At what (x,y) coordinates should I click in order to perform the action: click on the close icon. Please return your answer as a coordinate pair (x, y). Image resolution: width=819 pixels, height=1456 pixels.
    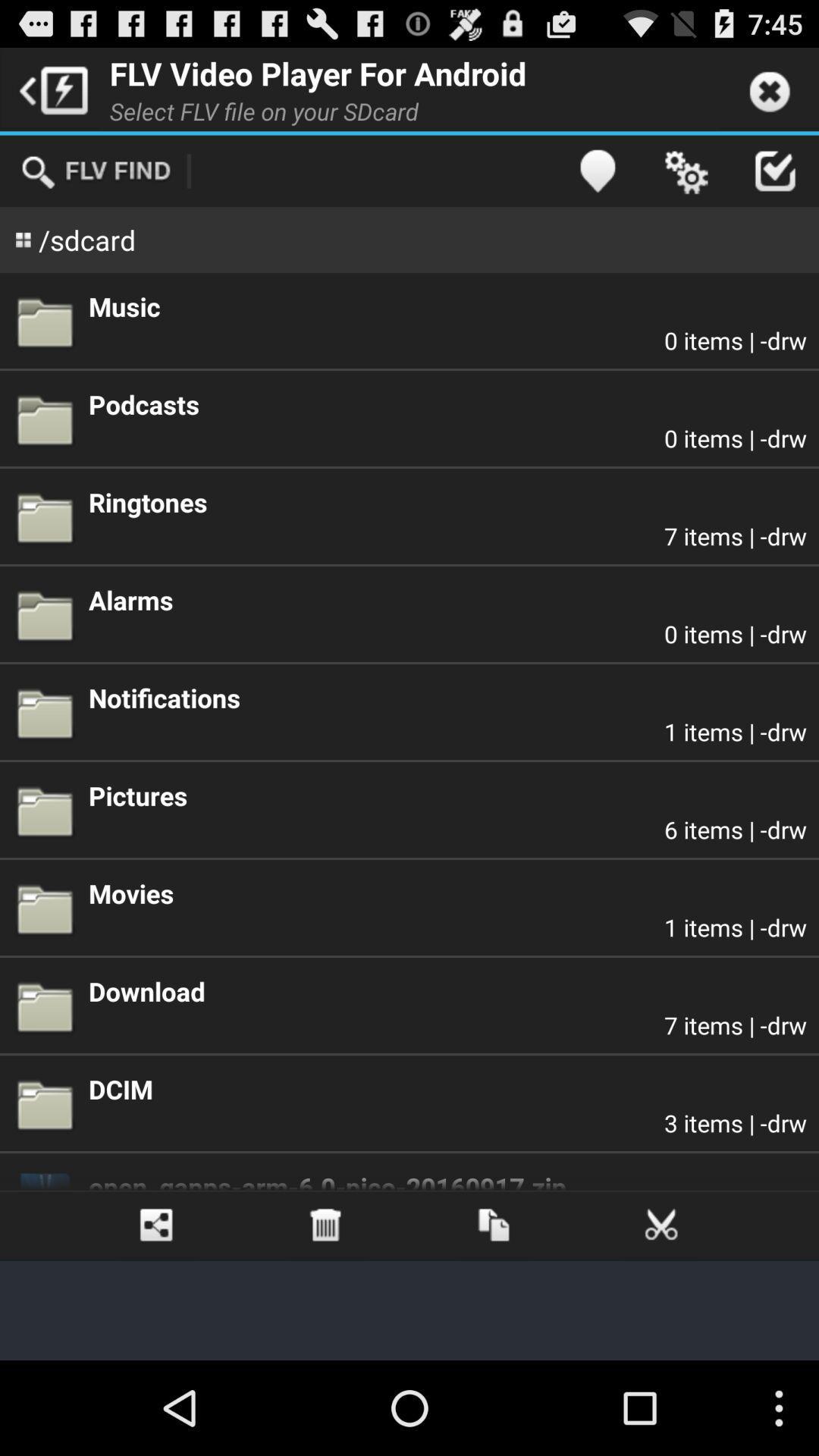
    Looking at the image, I should click on (769, 94).